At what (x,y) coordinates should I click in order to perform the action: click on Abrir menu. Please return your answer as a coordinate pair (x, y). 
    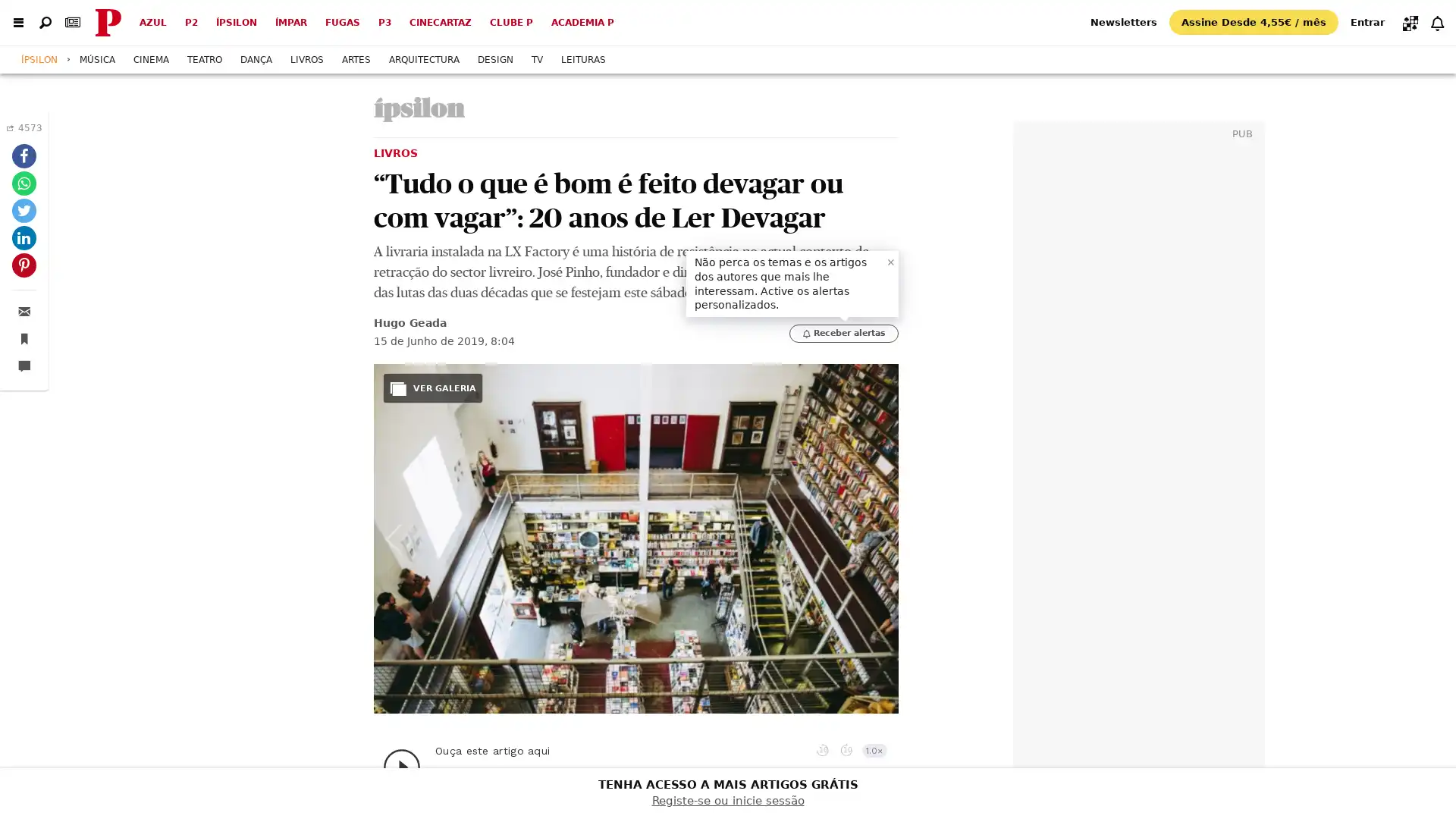
    Looking at the image, I should click on (18, 22).